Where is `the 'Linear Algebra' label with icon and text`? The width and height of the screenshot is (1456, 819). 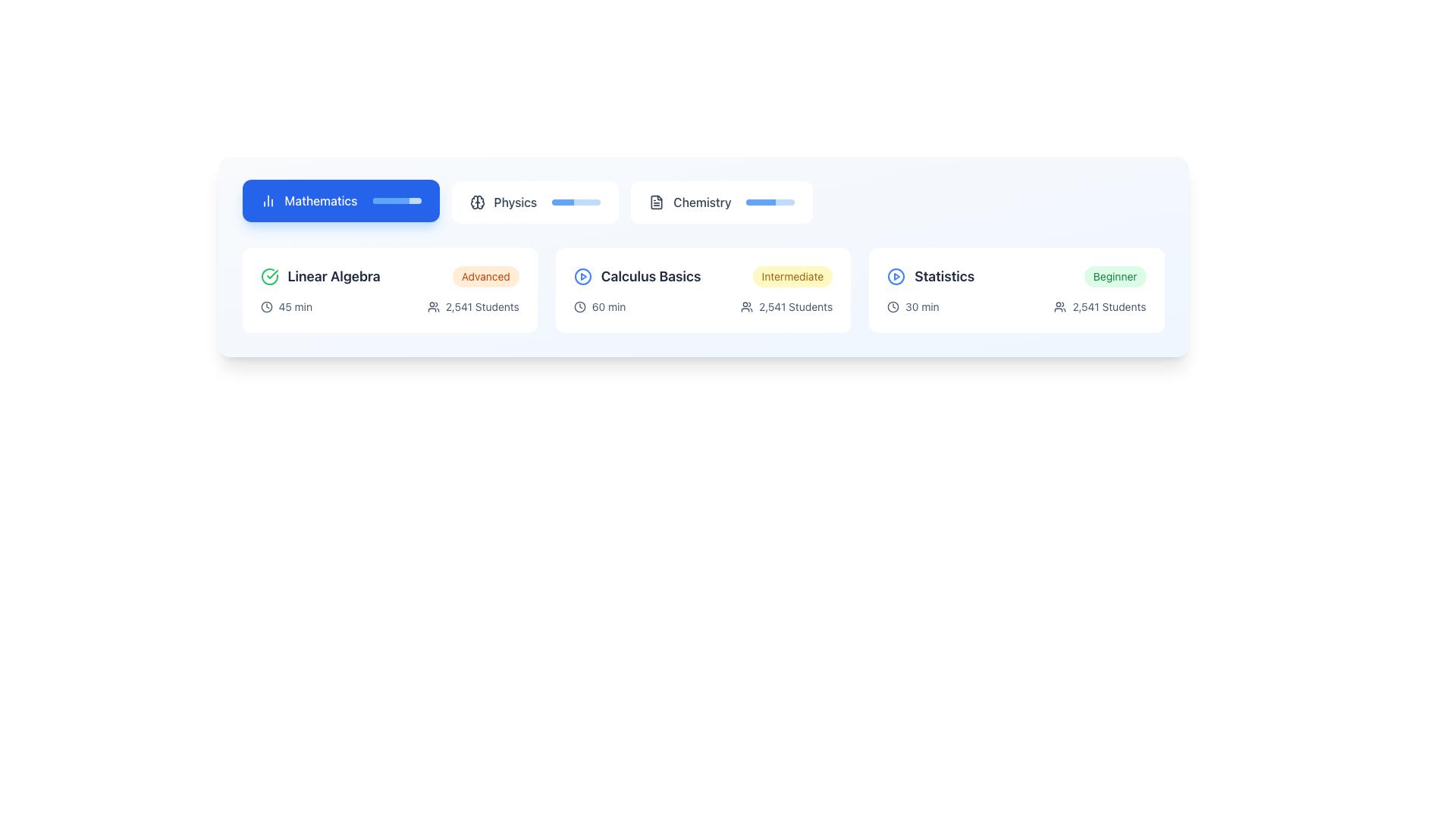
the 'Linear Algebra' label with icon and text is located at coordinates (319, 277).